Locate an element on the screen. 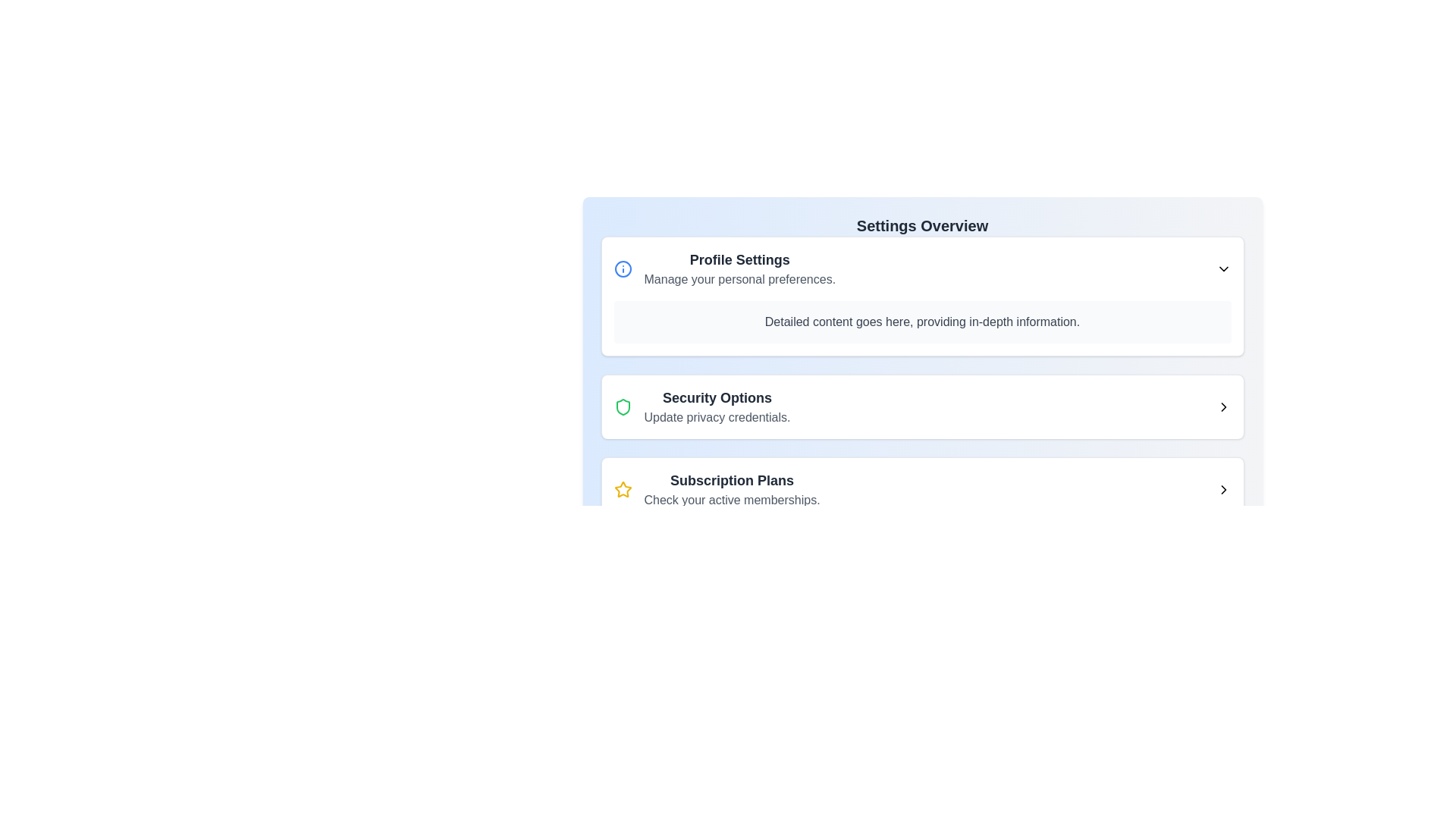  the right-pointing chevron icon within the 'Security Options' section, which serves as a visual aid for navigation is located at coordinates (1223, 406).